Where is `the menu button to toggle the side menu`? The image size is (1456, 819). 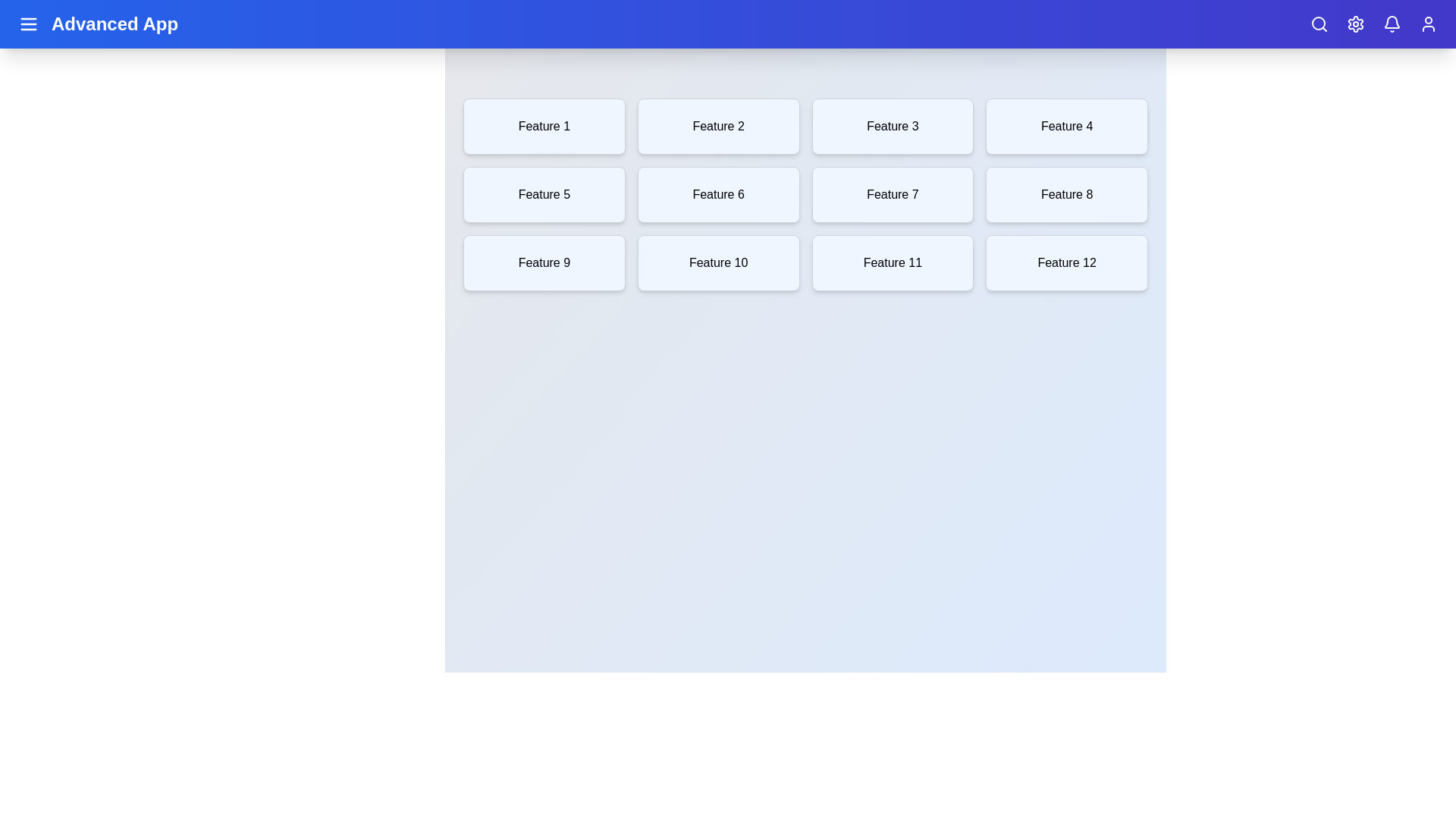
the menu button to toggle the side menu is located at coordinates (29, 24).